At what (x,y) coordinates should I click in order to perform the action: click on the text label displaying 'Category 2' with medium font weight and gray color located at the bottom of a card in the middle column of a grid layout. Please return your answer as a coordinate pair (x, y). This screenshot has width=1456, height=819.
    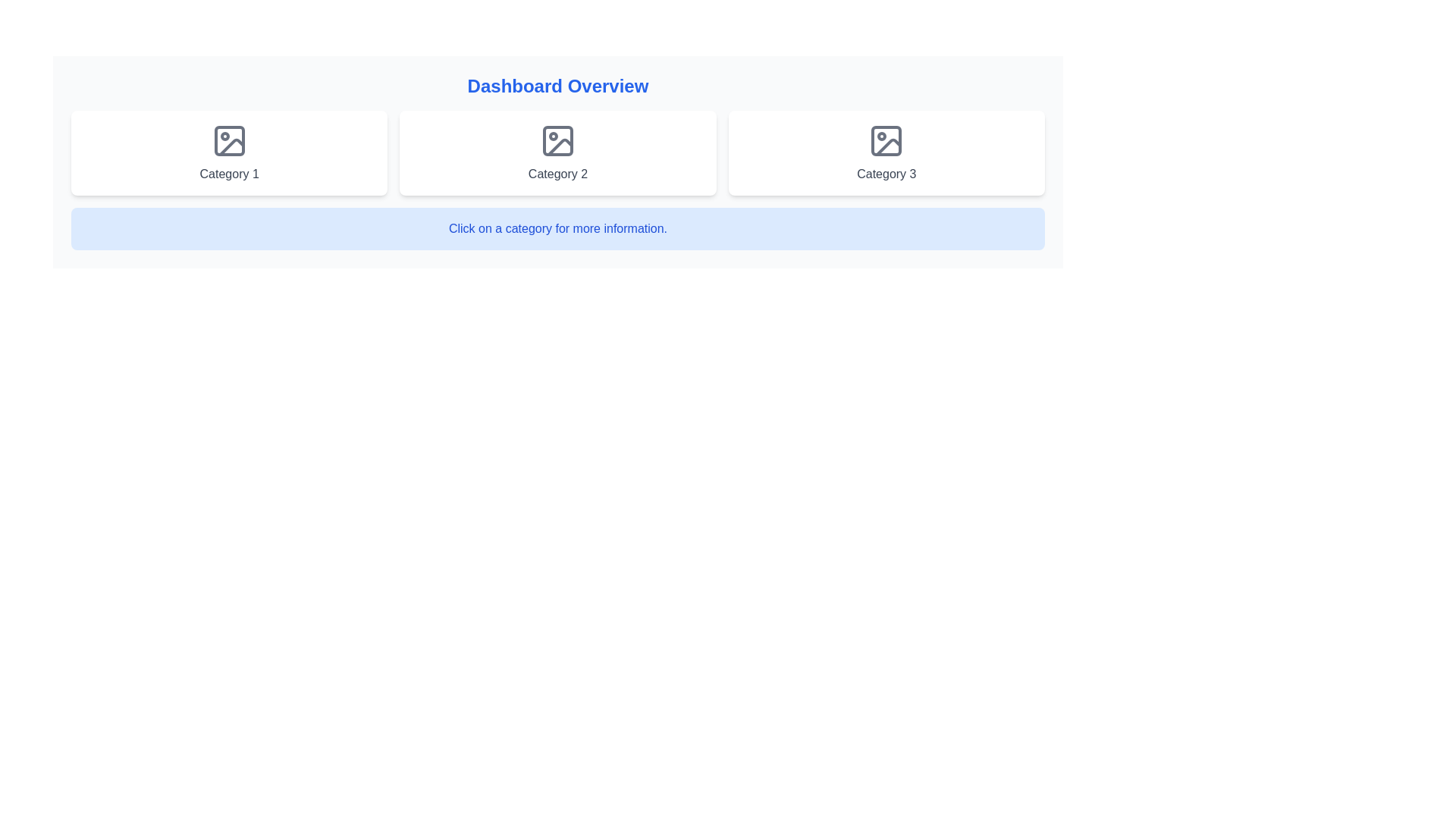
    Looking at the image, I should click on (557, 174).